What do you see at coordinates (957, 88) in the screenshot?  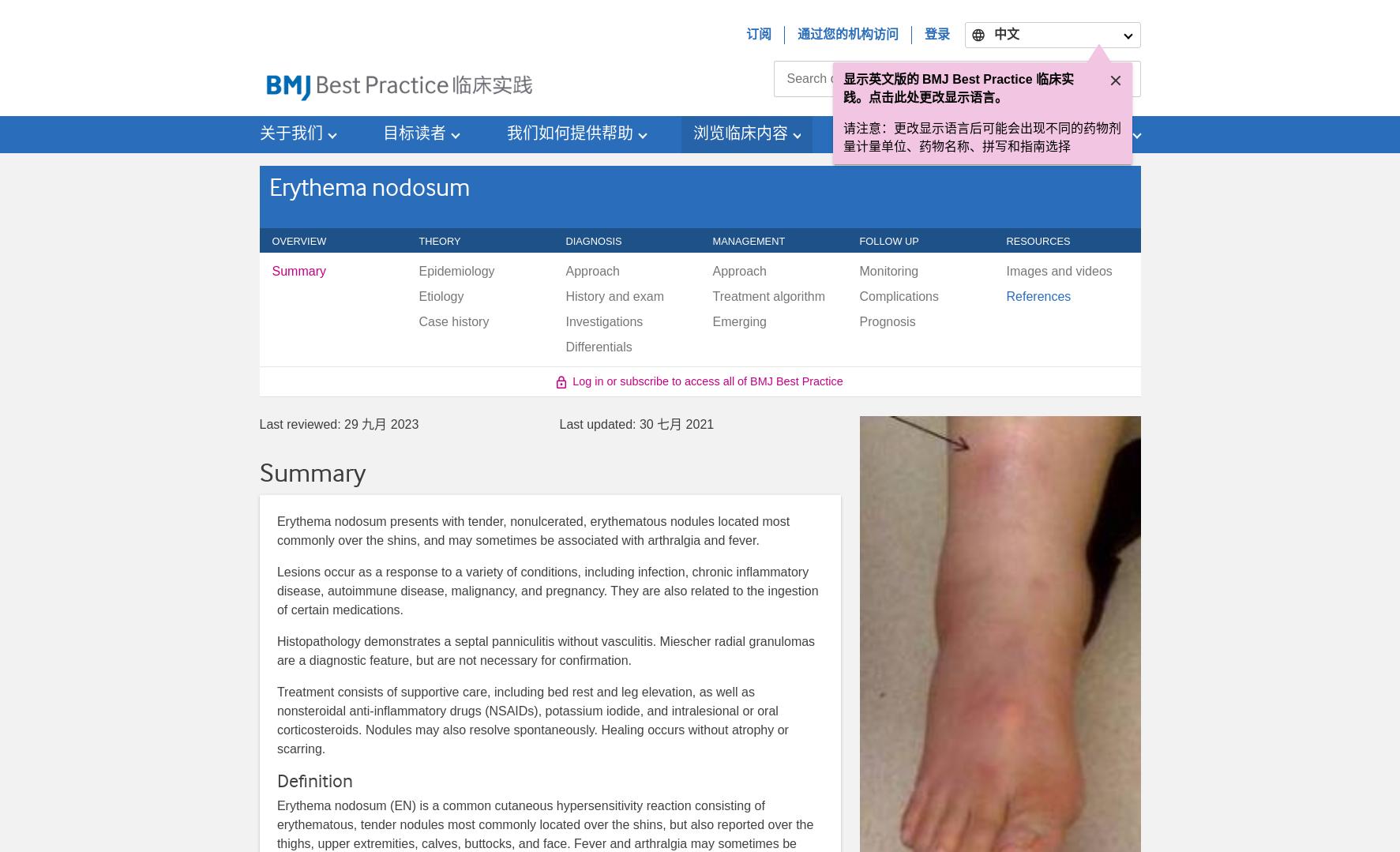 I see `'显示英文版的 BMJ Best Practice 临床实践。点击此处更改显示语言。'` at bounding box center [957, 88].